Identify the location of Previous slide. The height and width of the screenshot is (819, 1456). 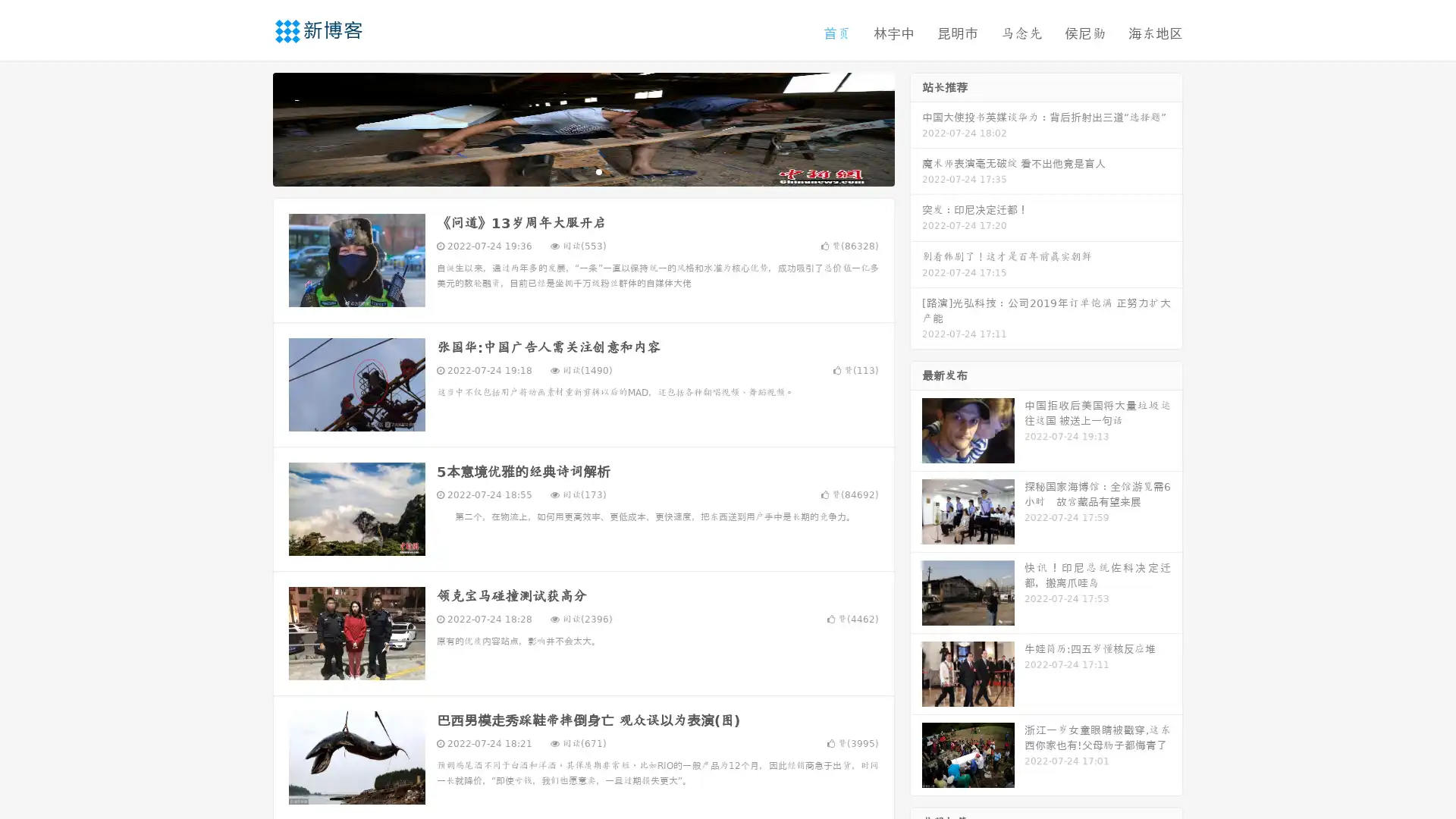
(250, 127).